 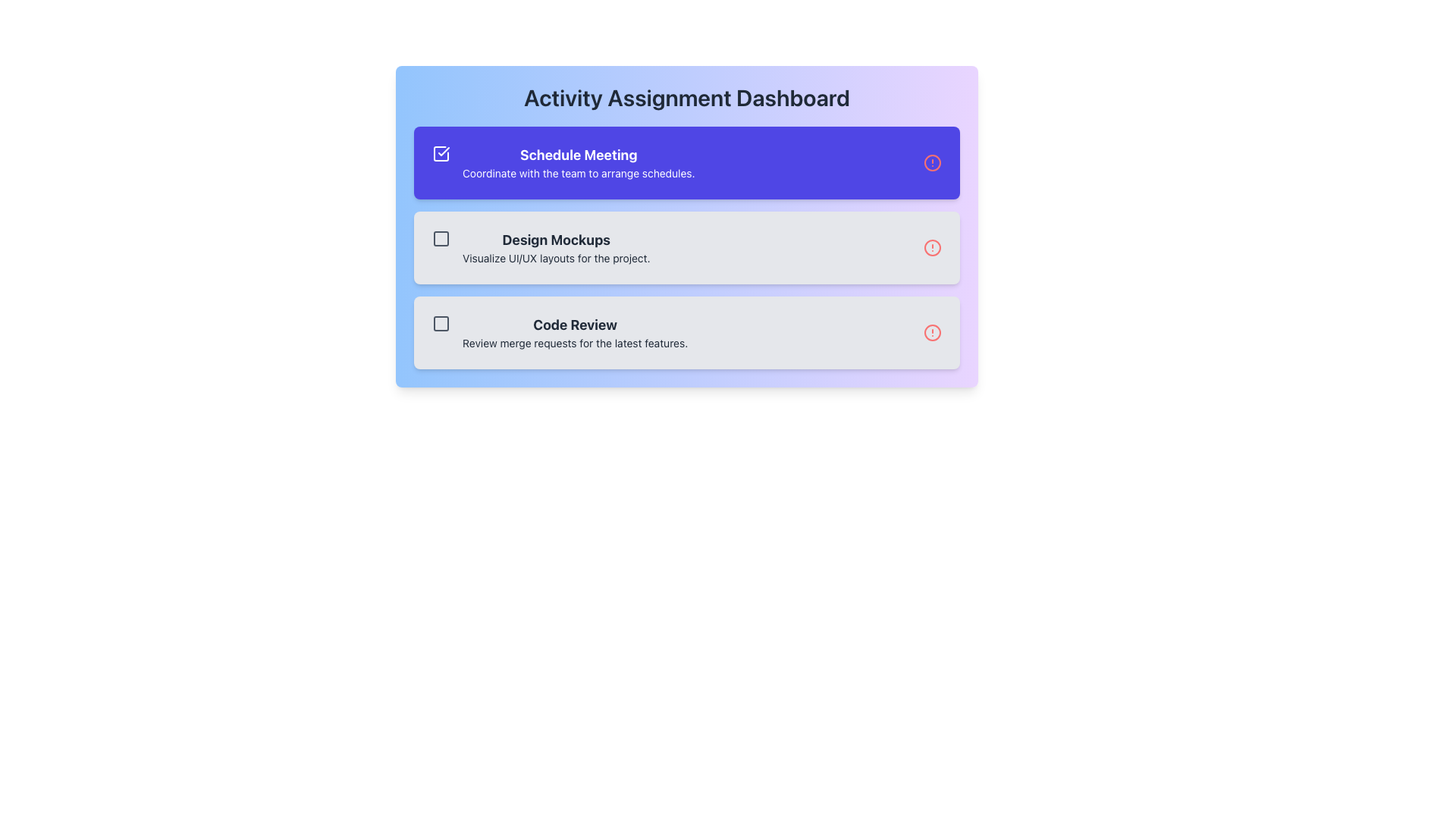 I want to click on text label displaying 'Visualize UI/UX layouts for the project.' which is positioned directly below the heading 'Design Mockups', so click(x=555, y=257).